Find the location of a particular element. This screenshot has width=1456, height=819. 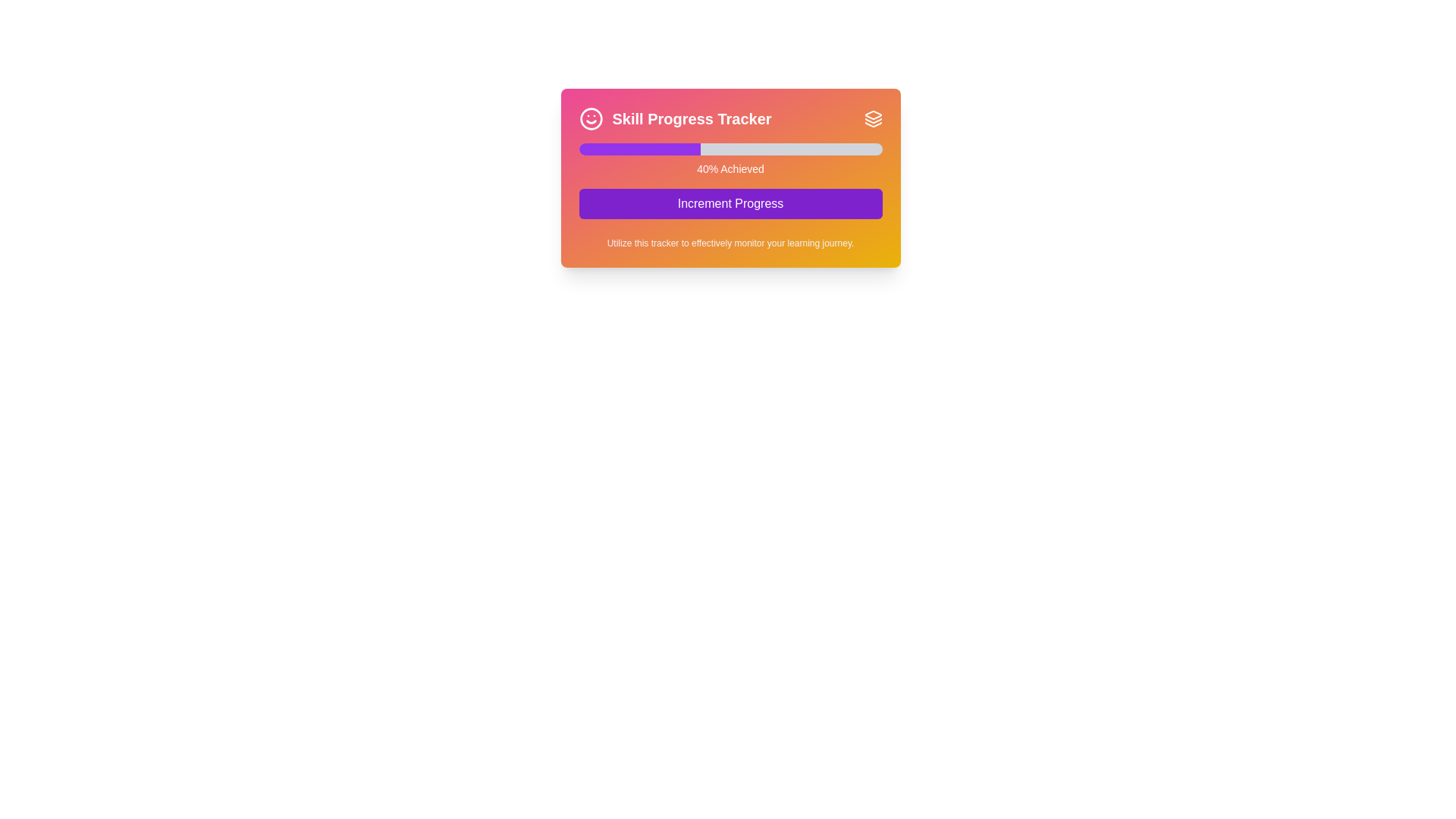

the progress visually on the left section of the horizontal progress bar beneath the 'Skill Progress Tracker' heading is located at coordinates (639, 149).